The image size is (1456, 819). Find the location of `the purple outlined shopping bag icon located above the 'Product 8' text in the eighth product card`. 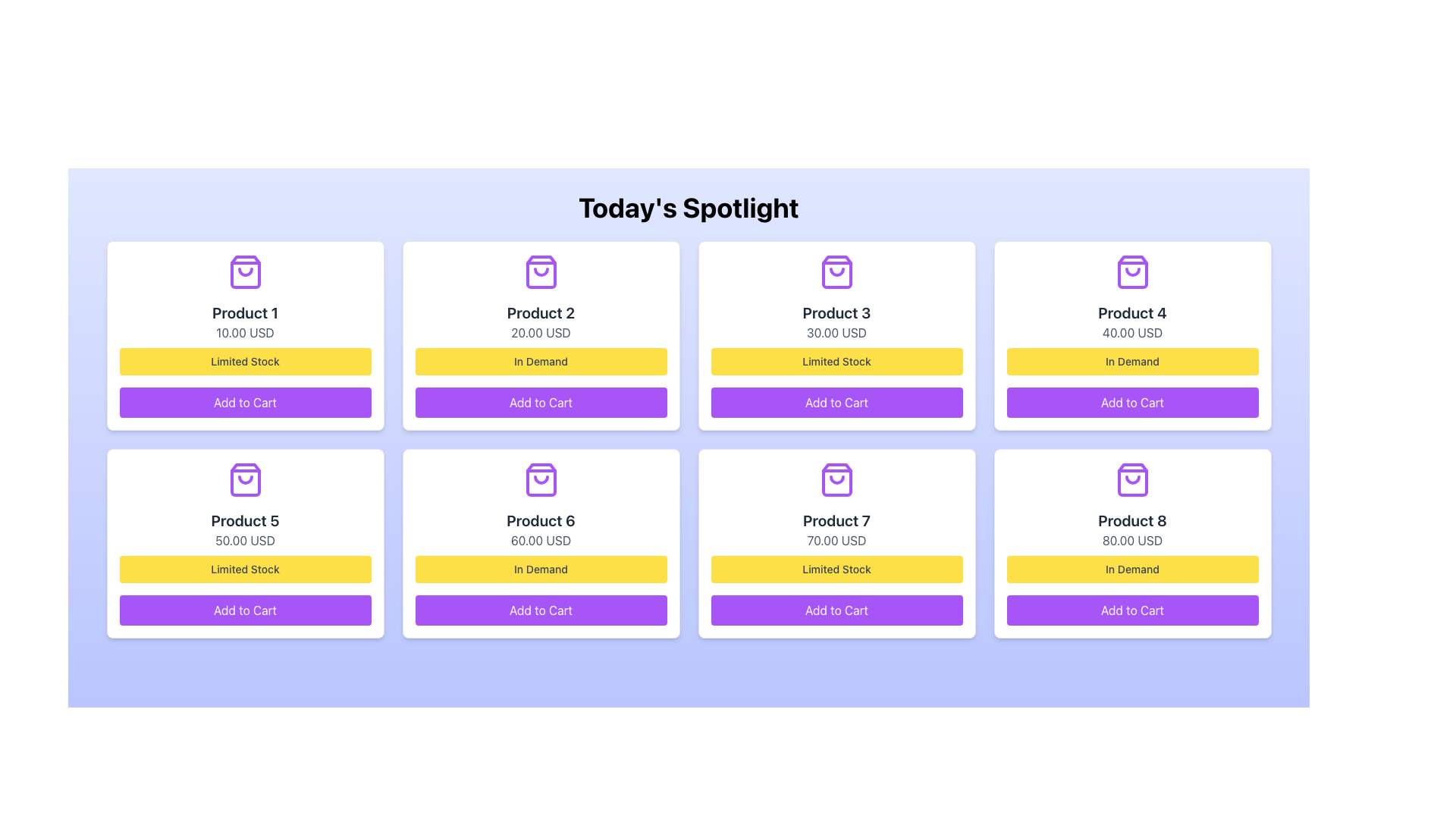

the purple outlined shopping bag icon located above the 'Product 8' text in the eighth product card is located at coordinates (1132, 479).